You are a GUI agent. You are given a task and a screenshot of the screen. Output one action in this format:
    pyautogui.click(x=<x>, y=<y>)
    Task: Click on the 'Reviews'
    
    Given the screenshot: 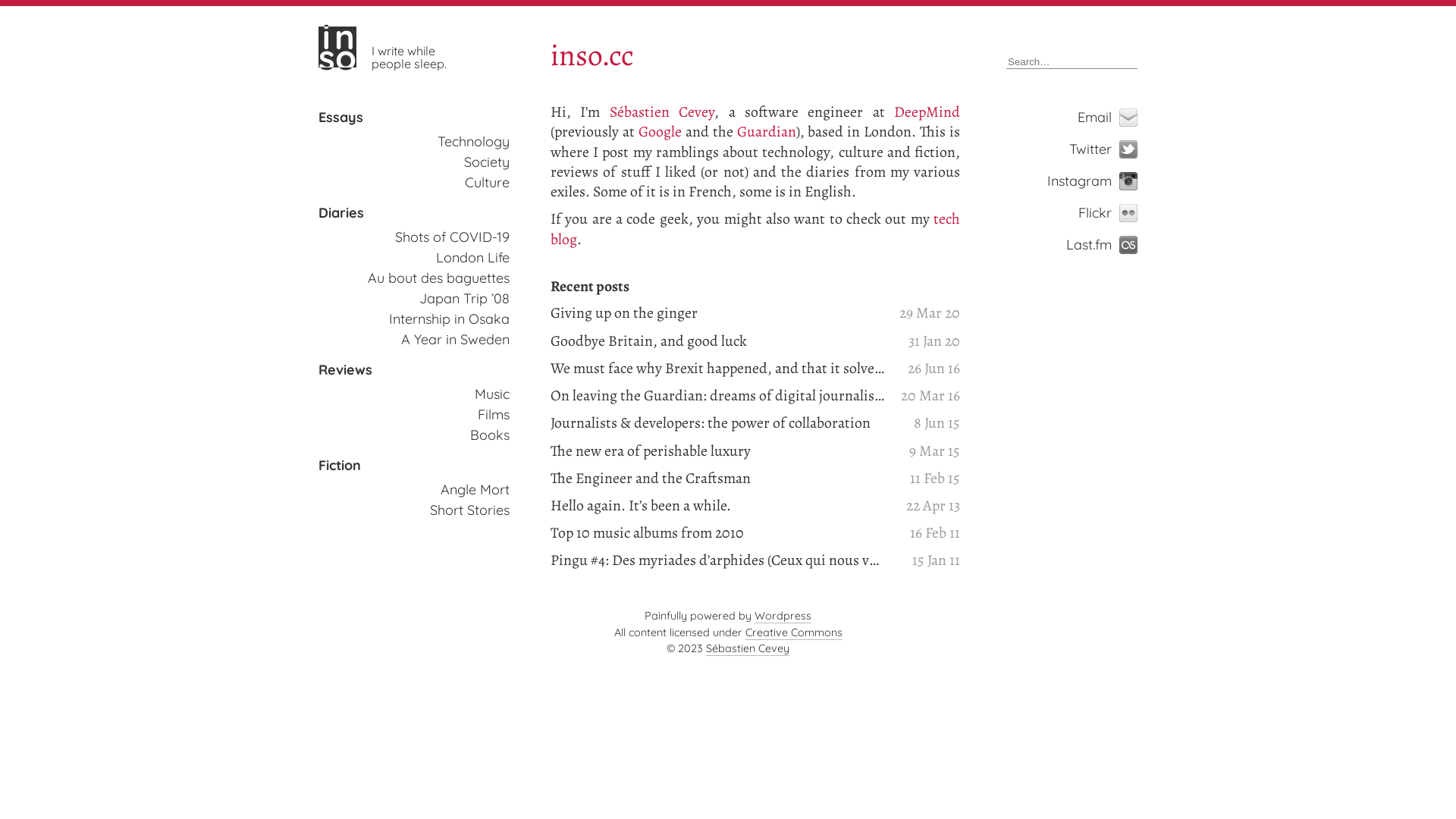 What is the action you would take?
    pyautogui.click(x=344, y=370)
    